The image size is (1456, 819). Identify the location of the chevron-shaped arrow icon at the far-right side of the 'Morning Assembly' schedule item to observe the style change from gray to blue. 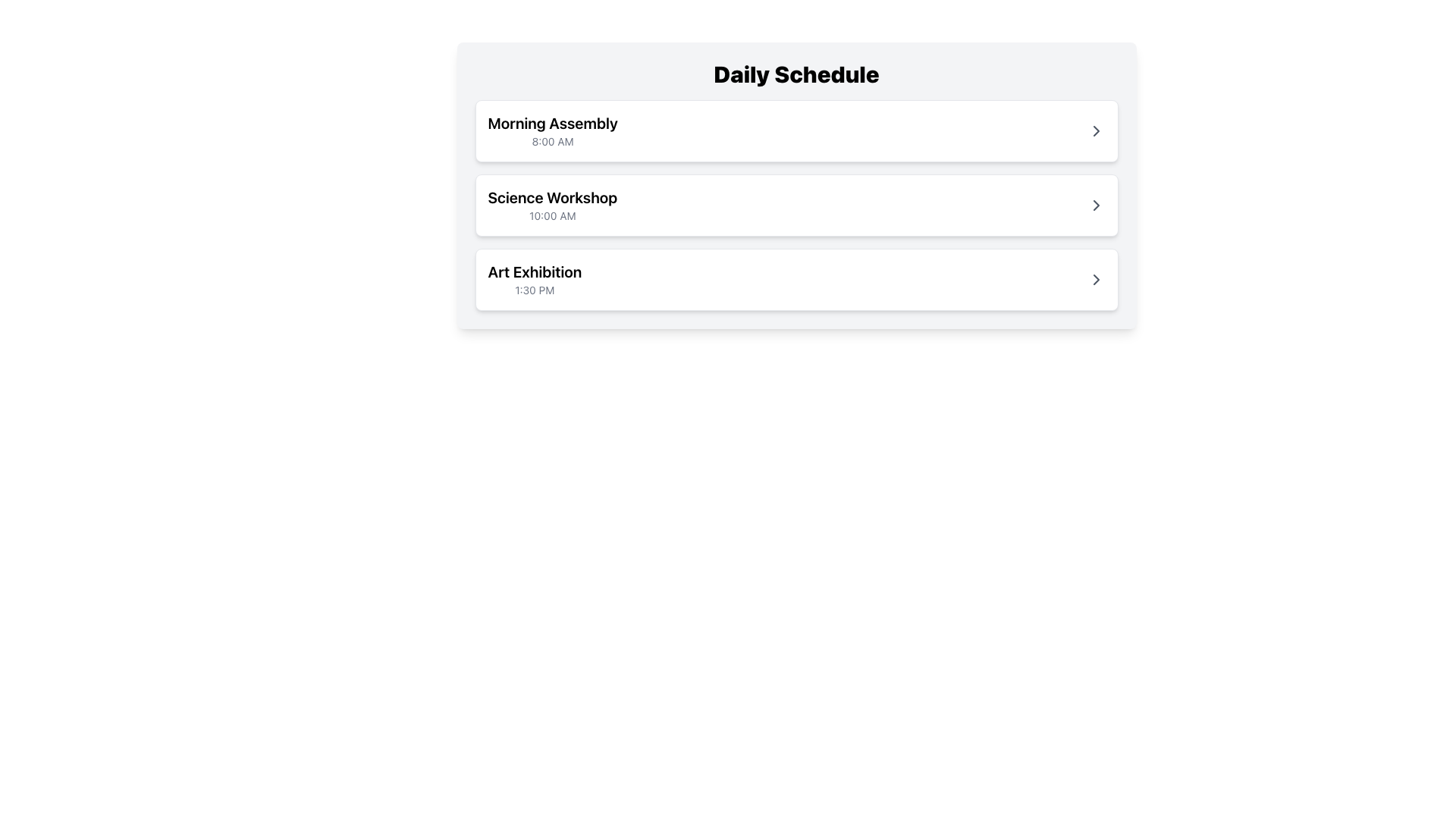
(1096, 130).